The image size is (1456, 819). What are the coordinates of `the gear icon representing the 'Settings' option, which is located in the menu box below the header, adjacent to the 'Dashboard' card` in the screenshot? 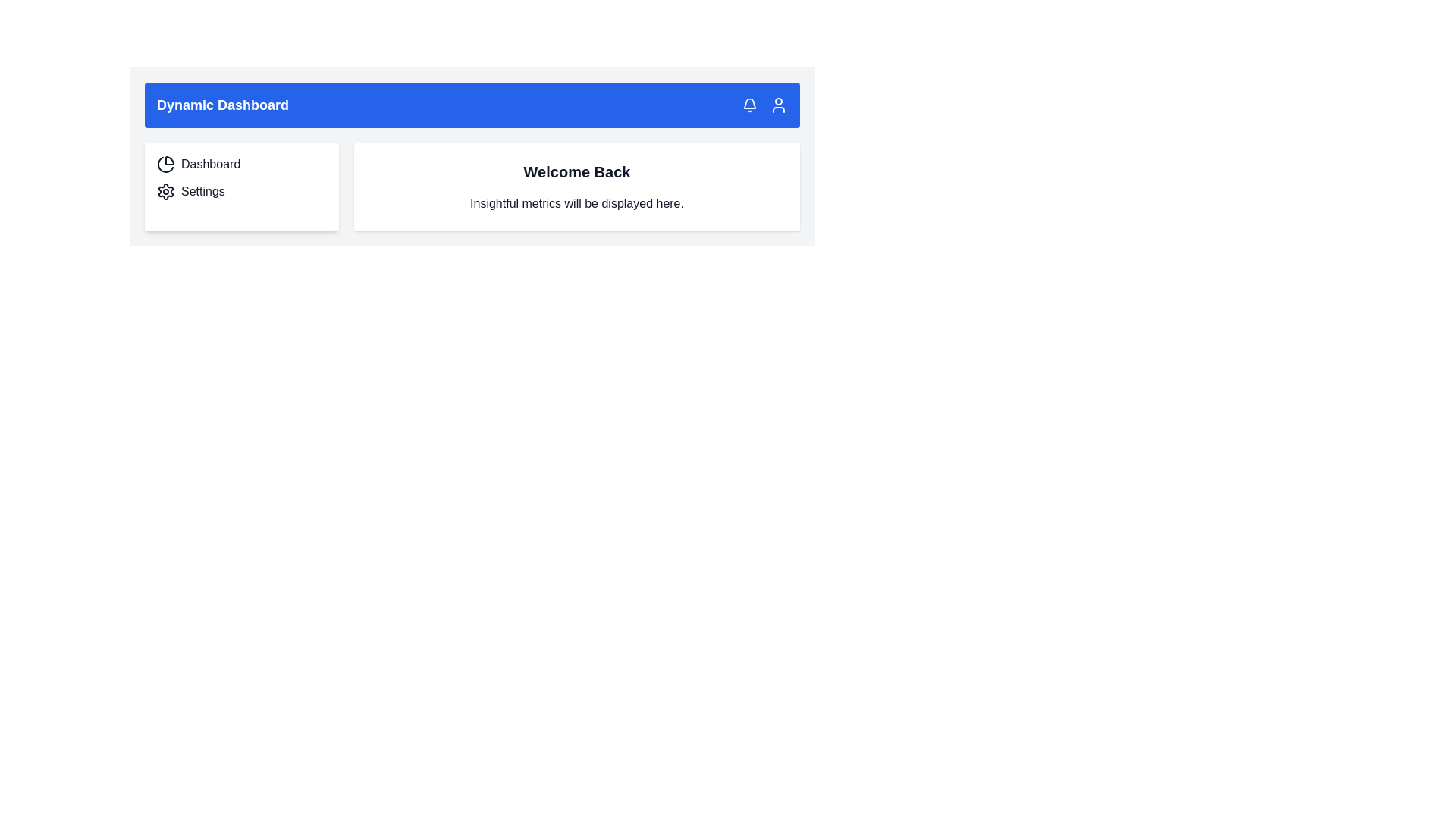 It's located at (166, 191).